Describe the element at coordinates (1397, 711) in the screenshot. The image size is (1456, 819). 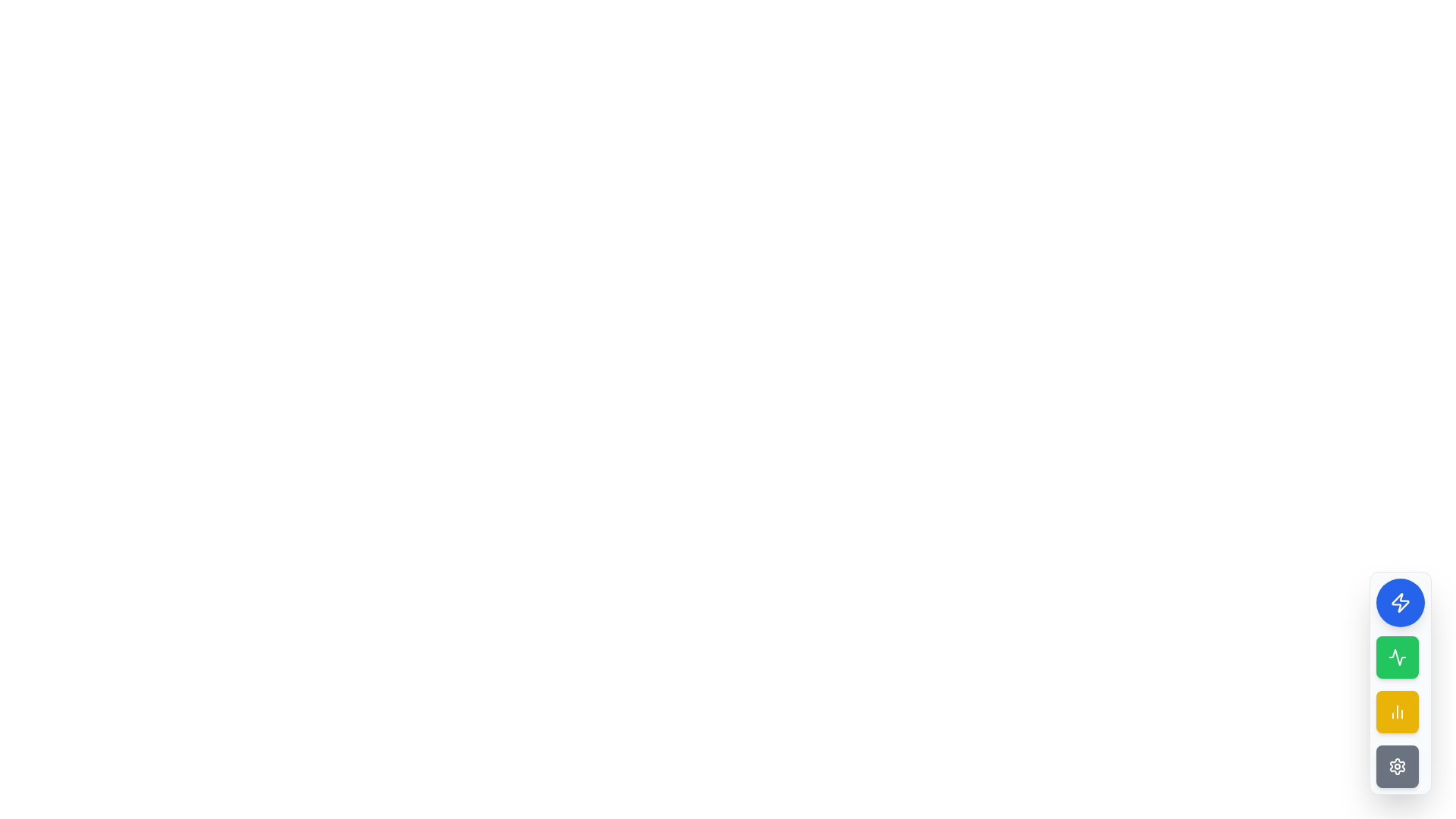
I see `the vertically aligned column chart icon, which is located in the middle of a yellow button` at that location.